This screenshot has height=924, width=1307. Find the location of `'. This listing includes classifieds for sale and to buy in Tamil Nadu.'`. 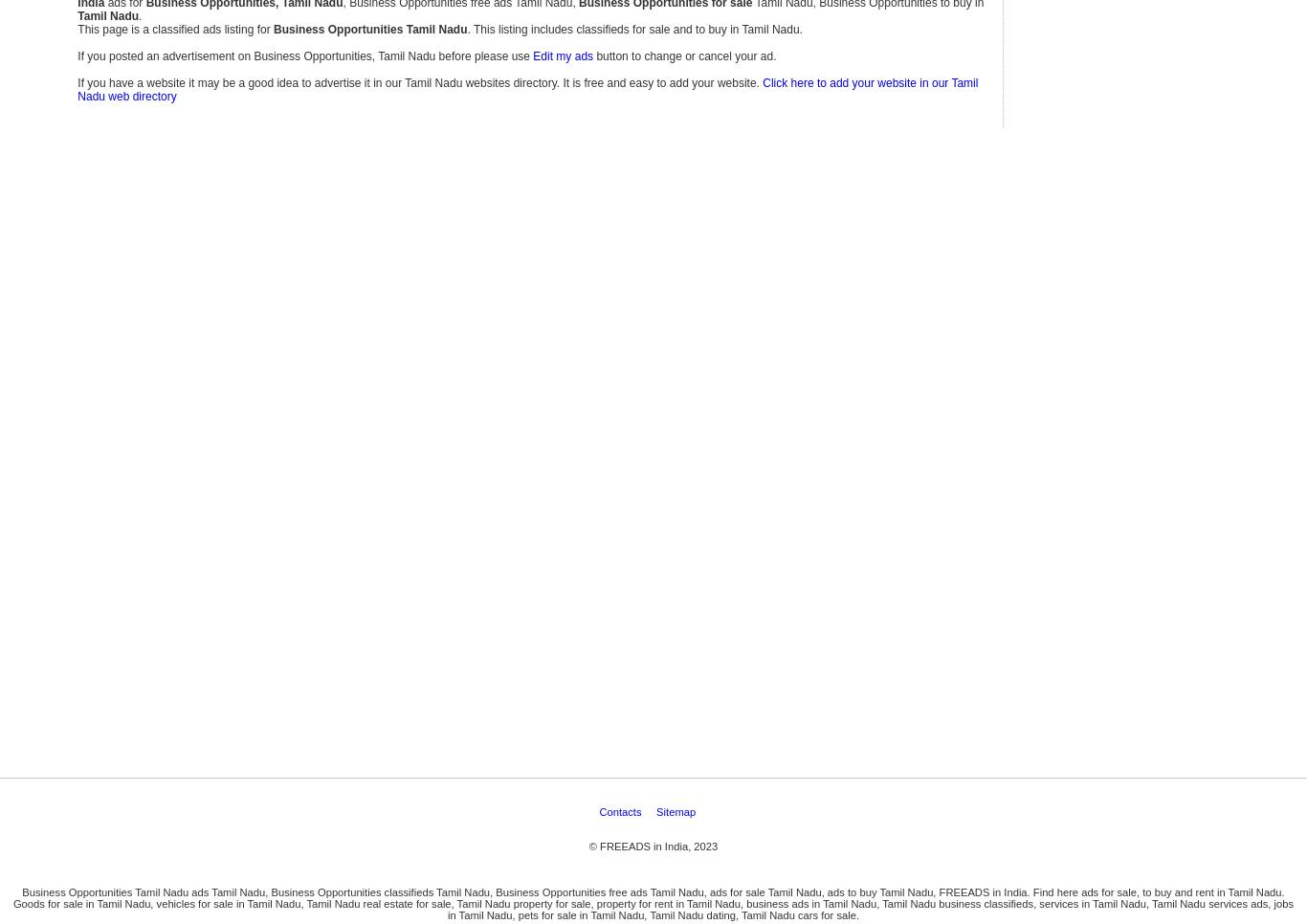

'. This listing includes classifieds for sale and to buy in Tamil Nadu.' is located at coordinates (633, 29).